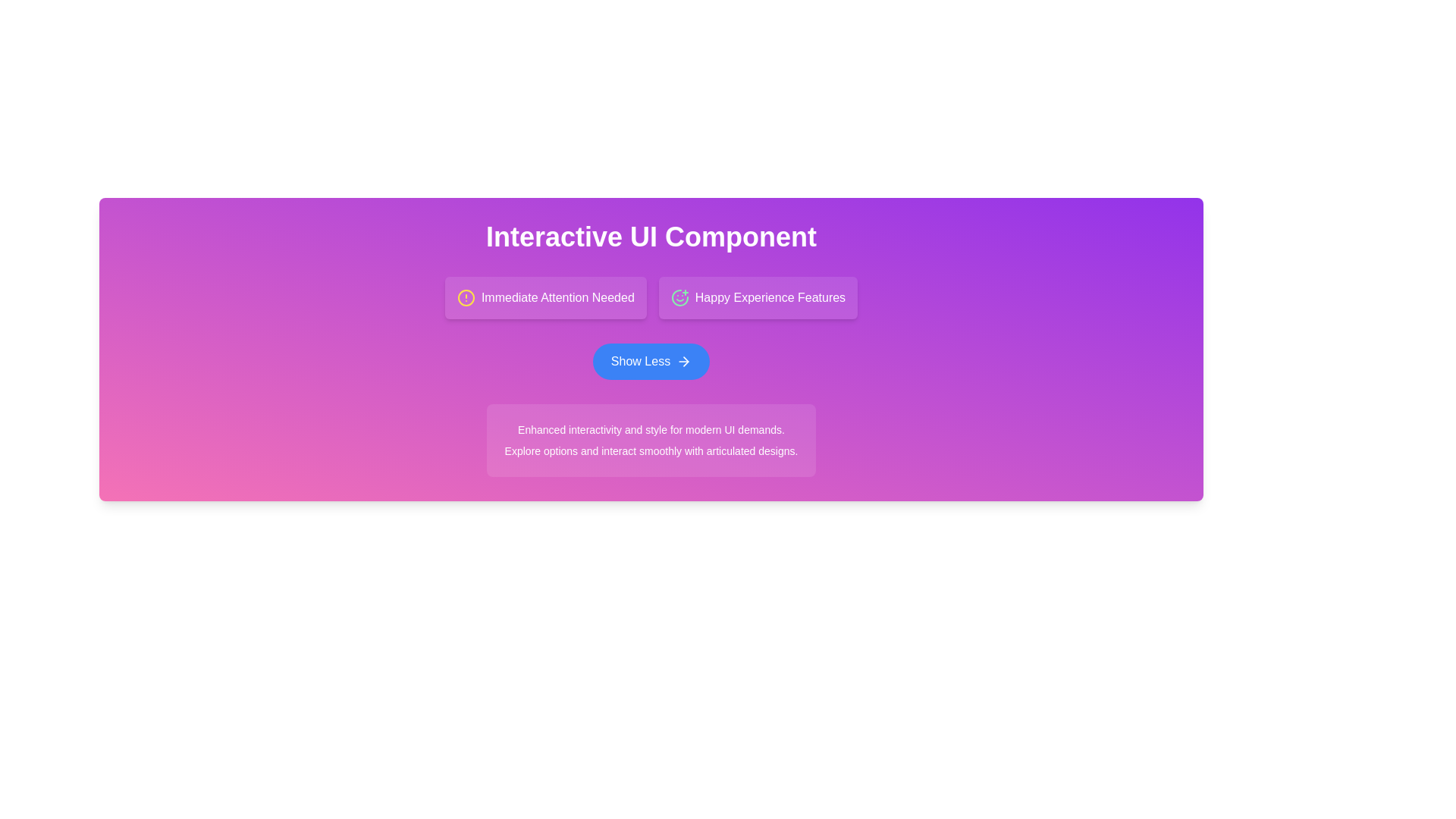  Describe the element at coordinates (545, 298) in the screenshot. I see `the Notification card, which features a warning icon and is the first card in a horizontal layout, to associate the icon with the message` at that location.